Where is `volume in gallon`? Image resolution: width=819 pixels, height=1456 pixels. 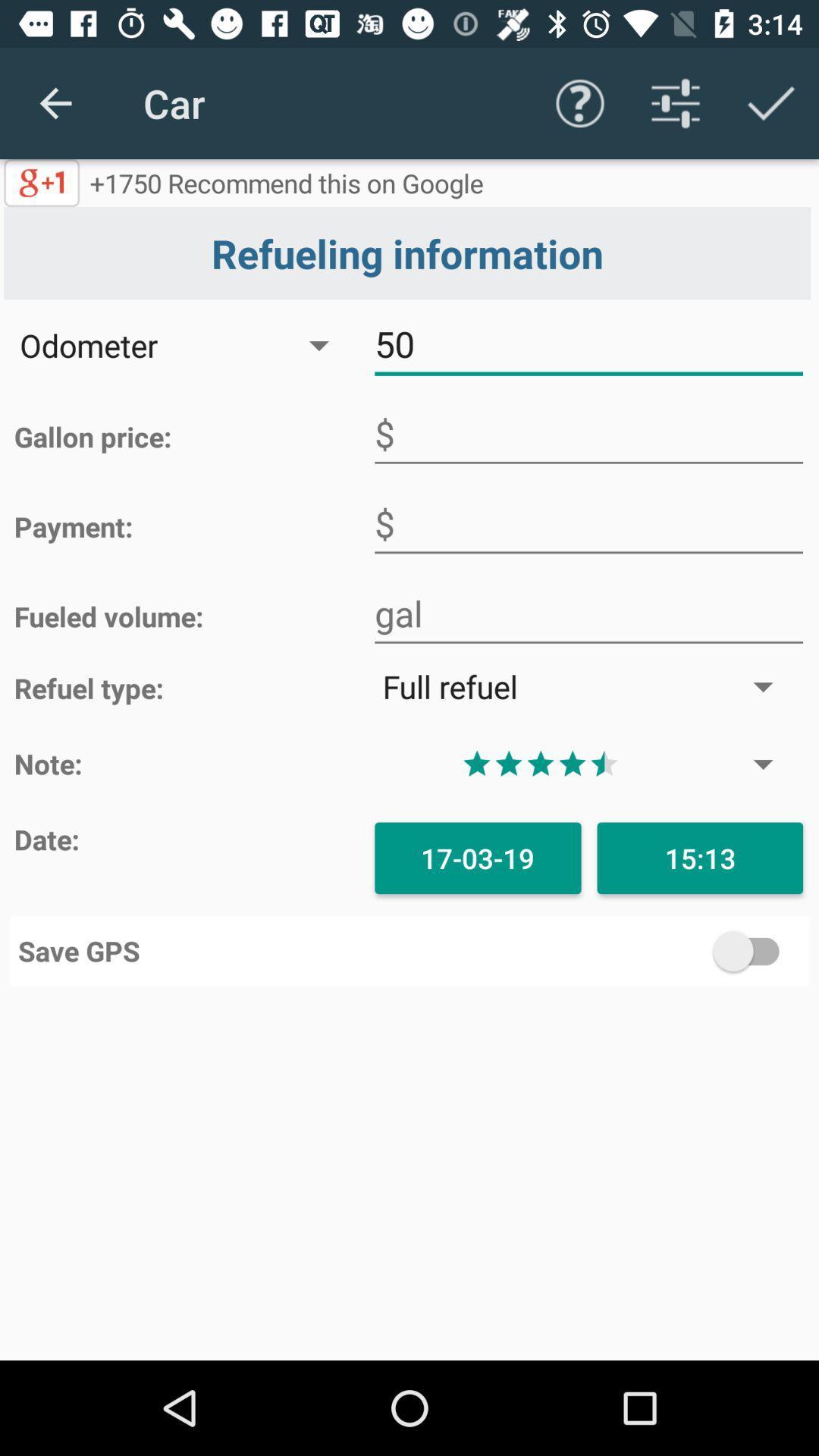 volume in gallon is located at coordinates (588, 614).